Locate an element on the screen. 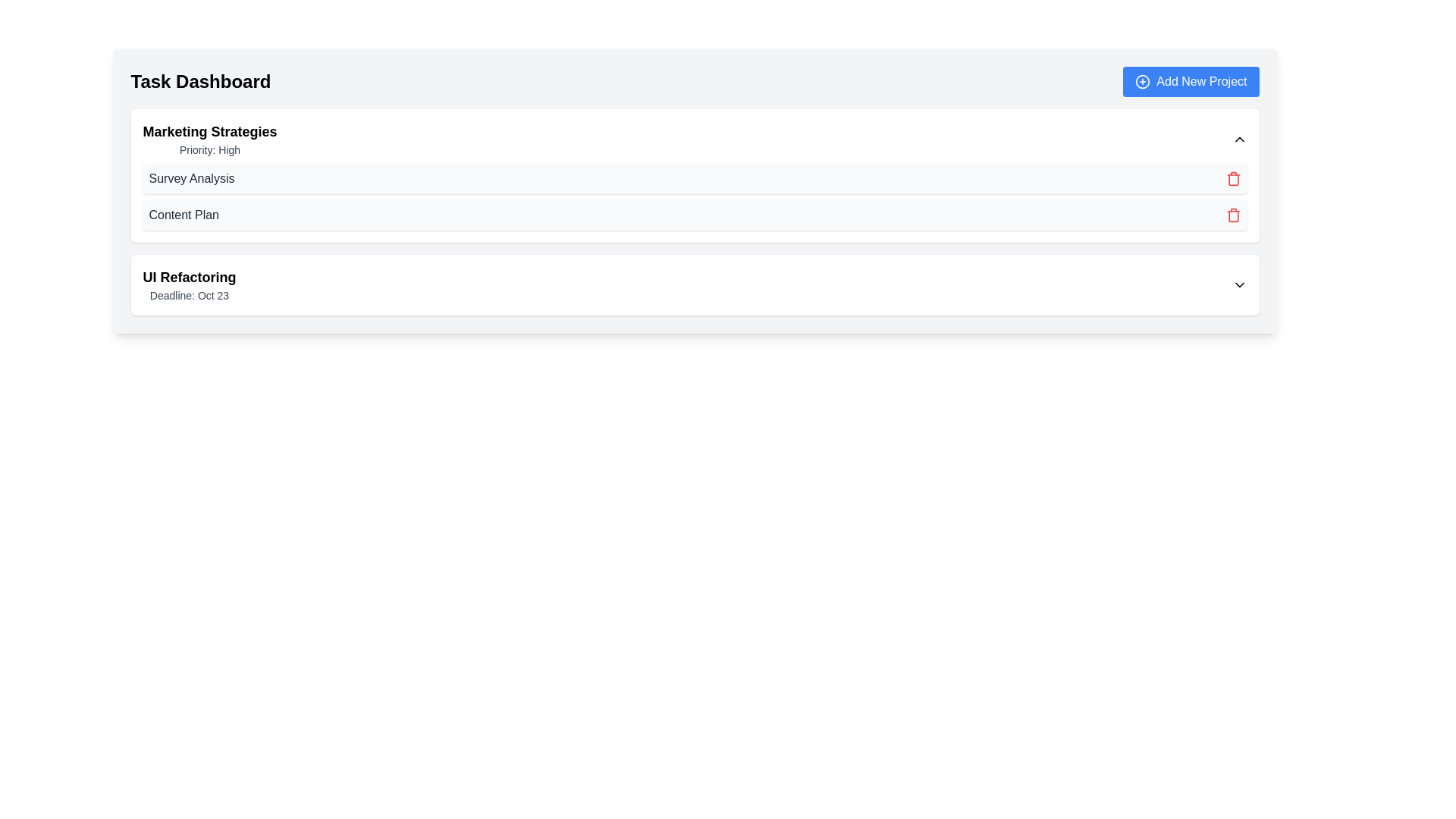  the arrow on the 'UI Refactoring' task entry in the 'Task Dashboard' is located at coordinates (694, 284).